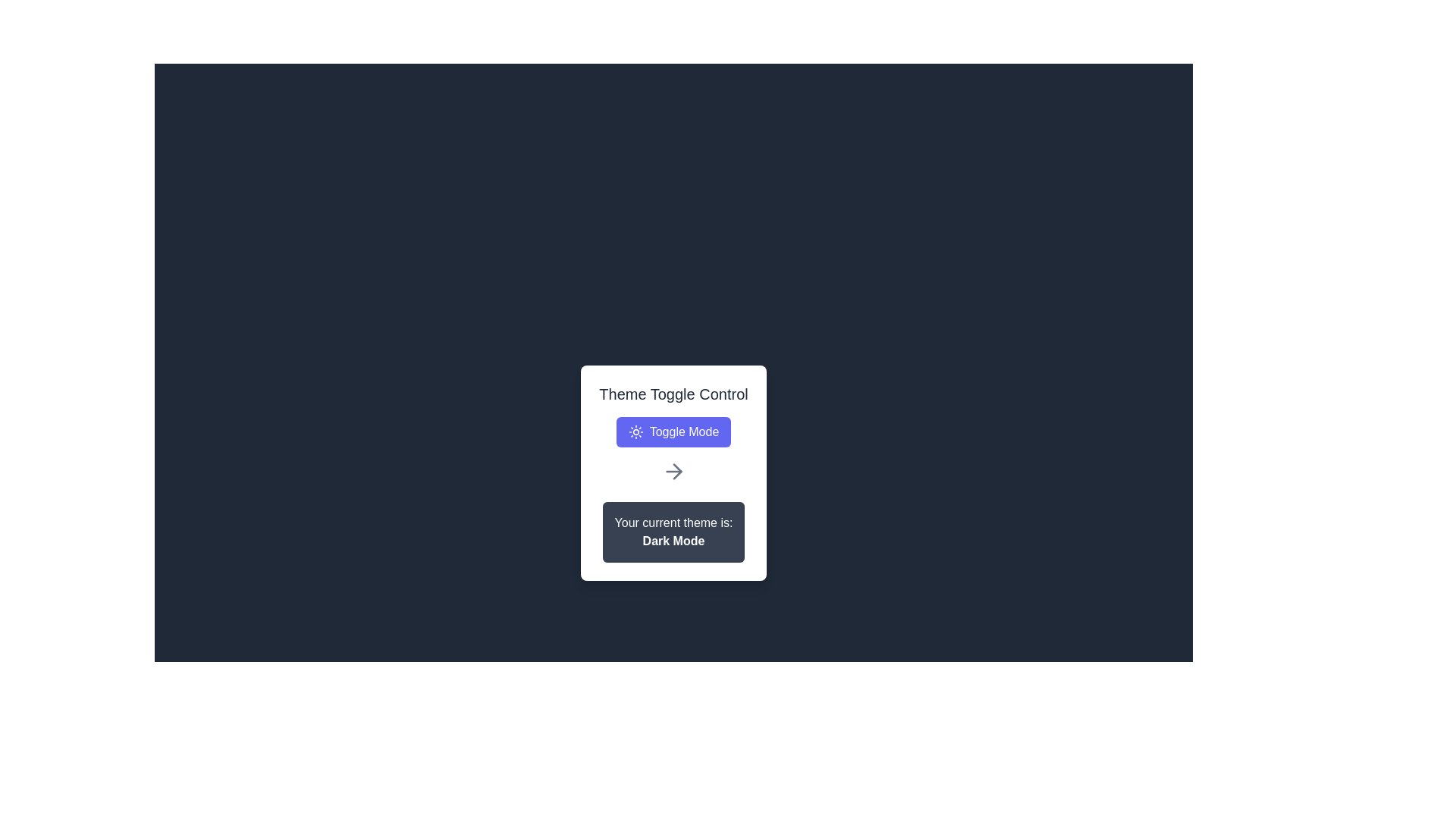  I want to click on the circular sun icon located to the left of the 'Toggle Mode' button, so click(635, 432).